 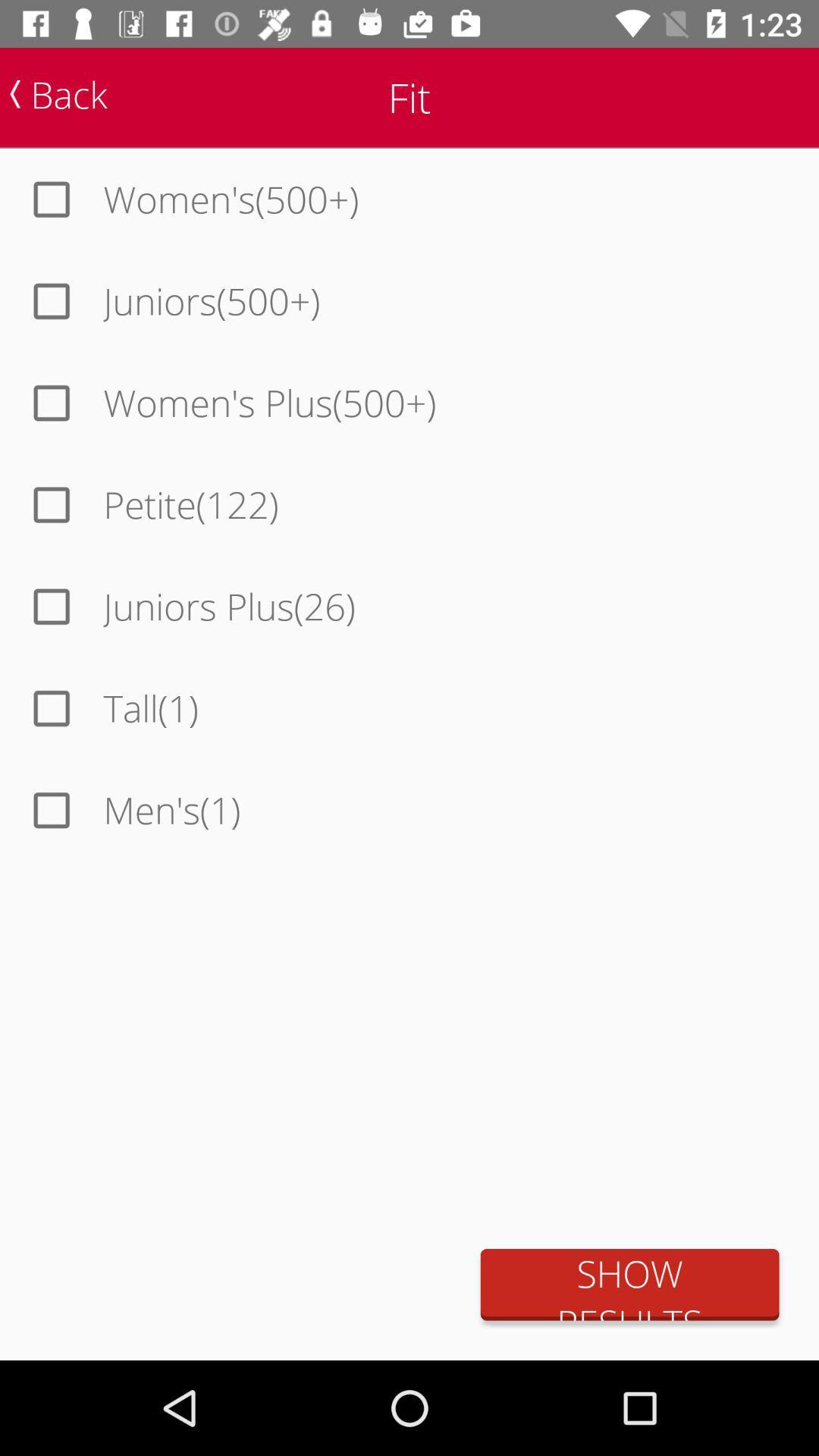 What do you see at coordinates (629, 1284) in the screenshot?
I see `the show results item` at bounding box center [629, 1284].